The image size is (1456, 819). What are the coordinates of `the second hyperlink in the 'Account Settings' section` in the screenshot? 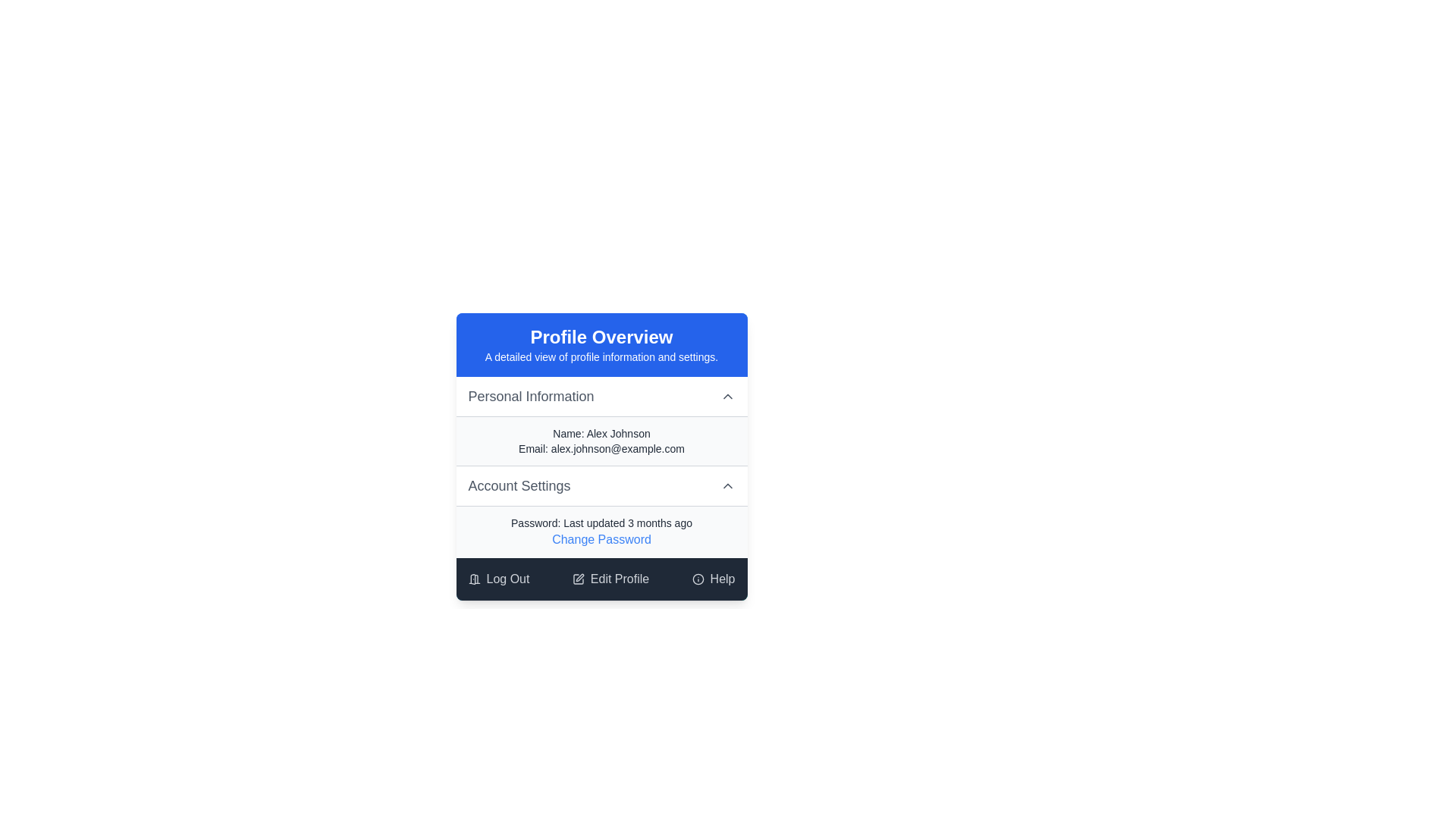 It's located at (601, 539).